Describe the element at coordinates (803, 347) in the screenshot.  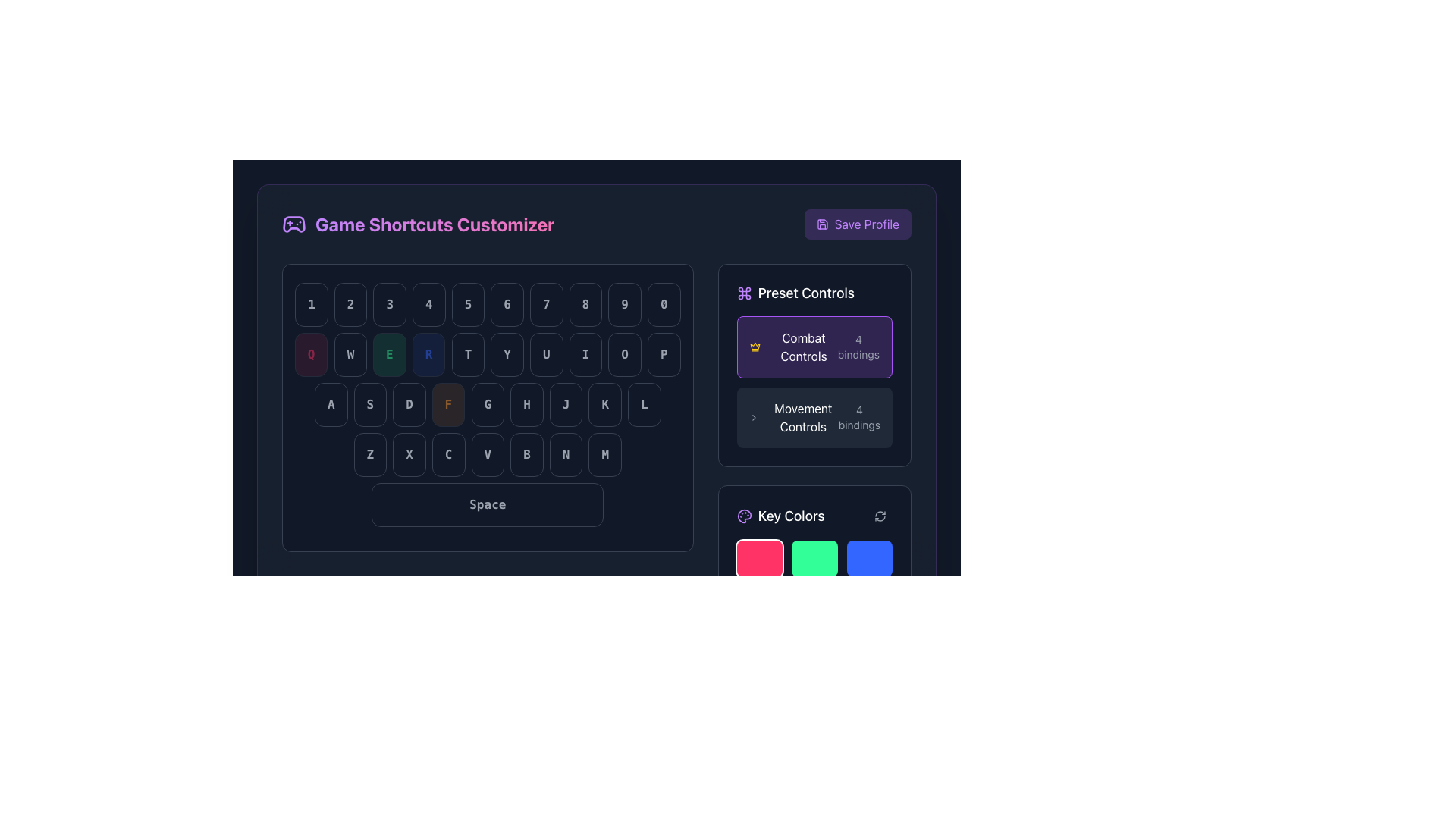
I see `the 'Combat Controls' text label within the selection button using keyboard navigation` at that location.